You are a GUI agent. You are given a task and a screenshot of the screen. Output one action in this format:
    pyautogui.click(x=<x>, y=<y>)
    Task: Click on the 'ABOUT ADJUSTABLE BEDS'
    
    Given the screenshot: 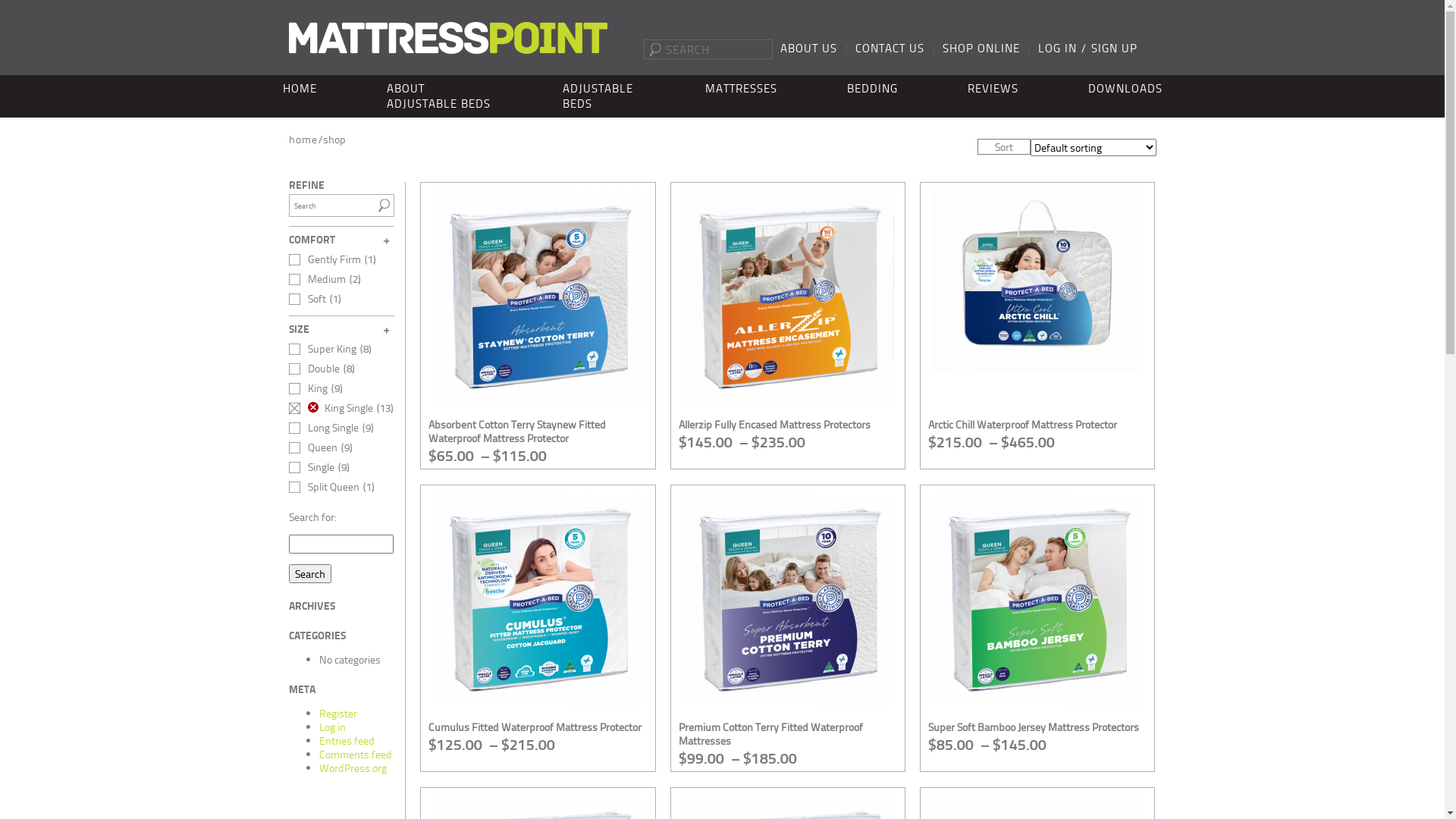 What is the action you would take?
    pyautogui.click(x=439, y=96)
    